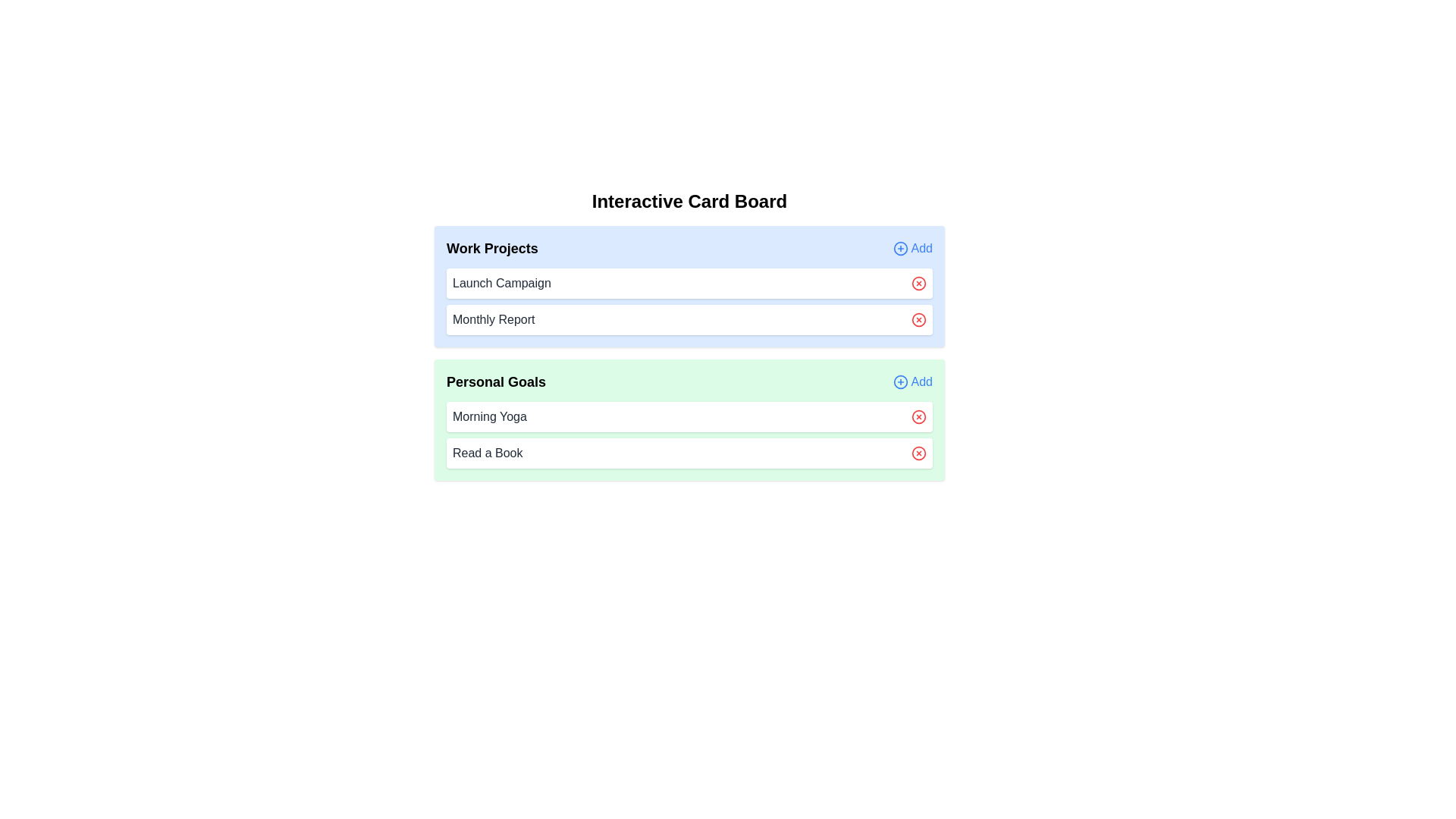 This screenshot has width=1456, height=819. Describe the element at coordinates (918, 284) in the screenshot. I see `the red 'X' button next to the task 'Launch Campaign' in the category 'Work Projects'` at that location.